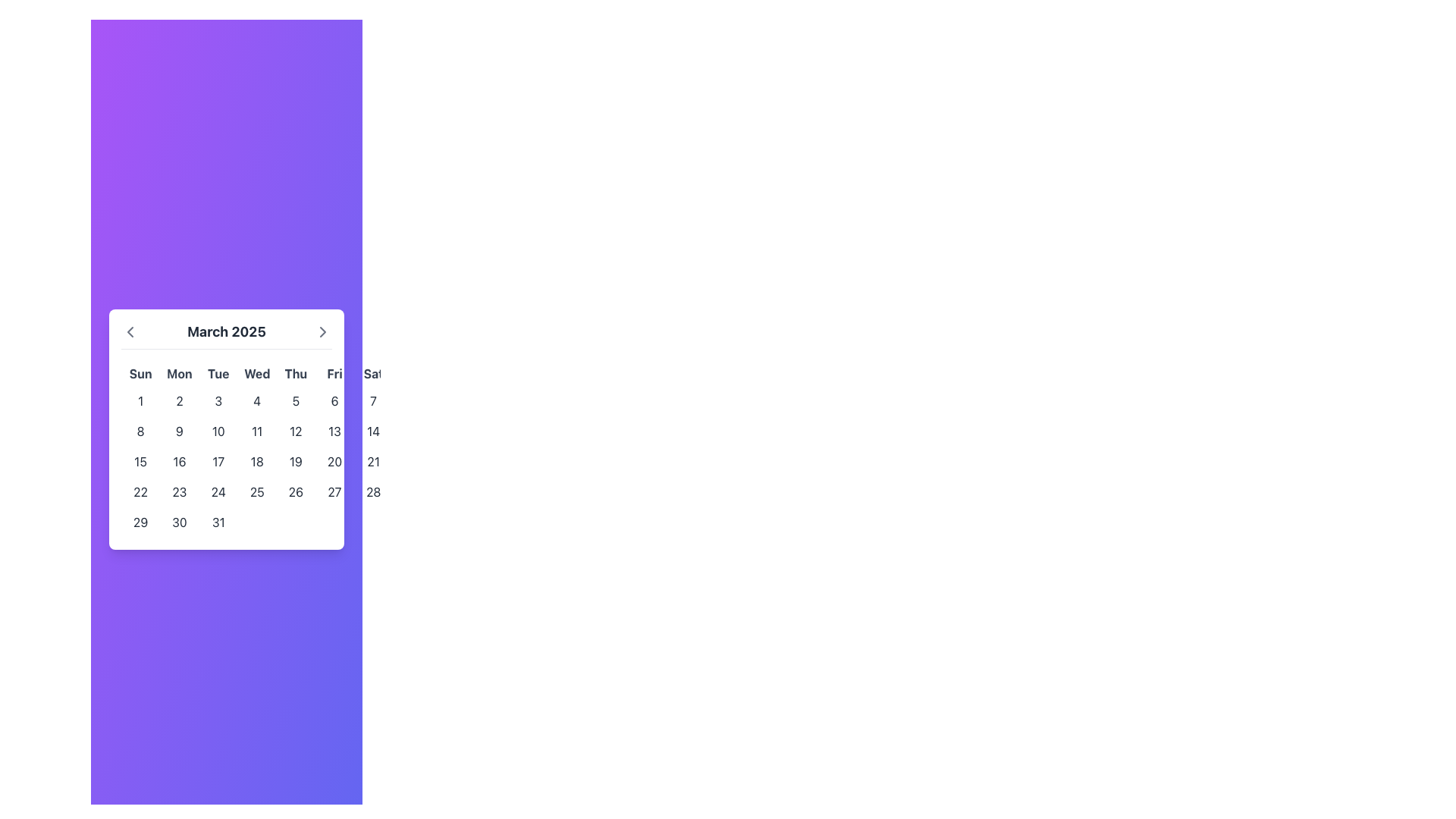 The width and height of the screenshot is (1456, 819). I want to click on the left-pointing chevron icon in the calendar header to change its color from gray to black, so click(130, 331).